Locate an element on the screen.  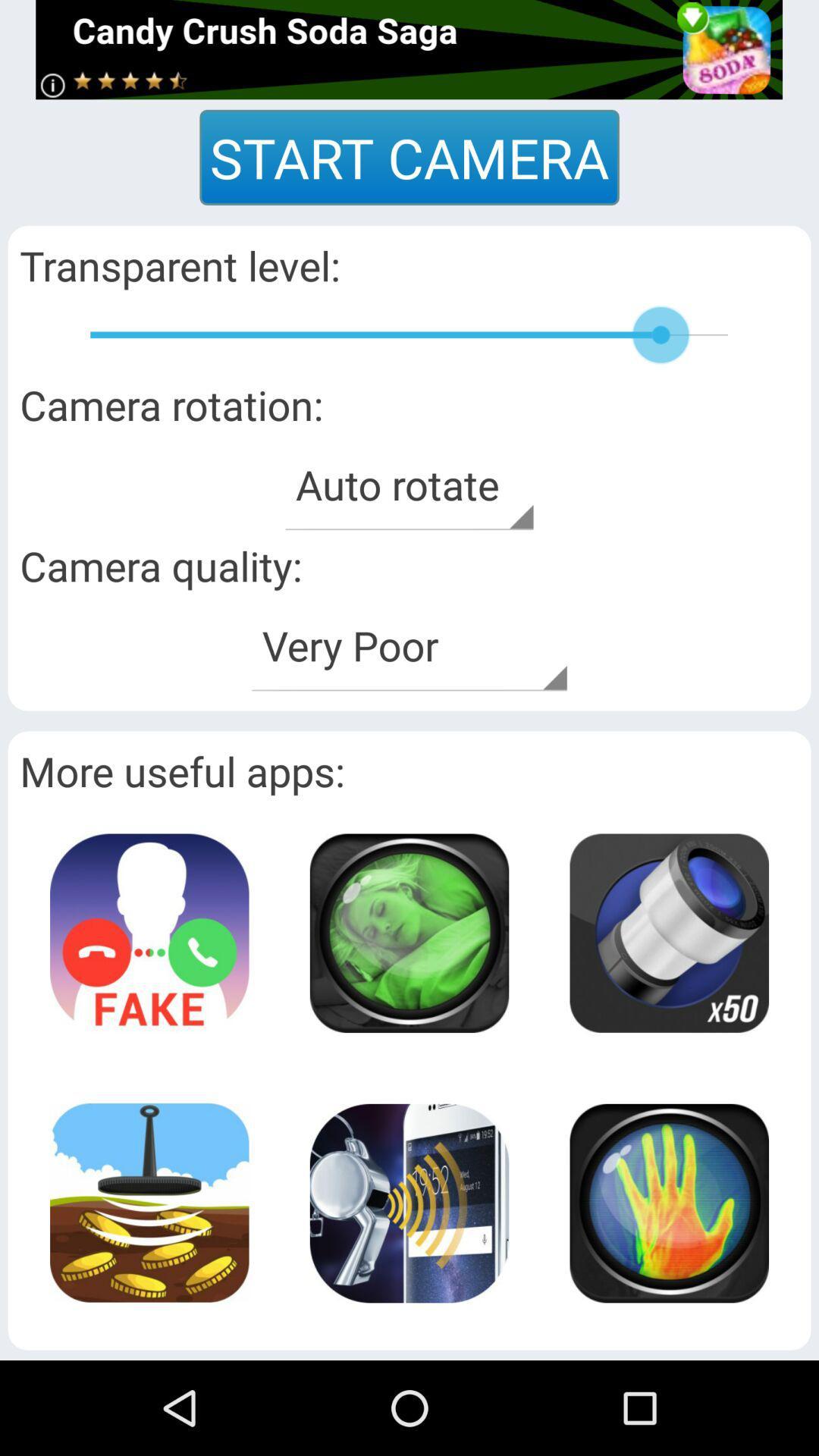
zoom 50x is located at coordinates (668, 932).